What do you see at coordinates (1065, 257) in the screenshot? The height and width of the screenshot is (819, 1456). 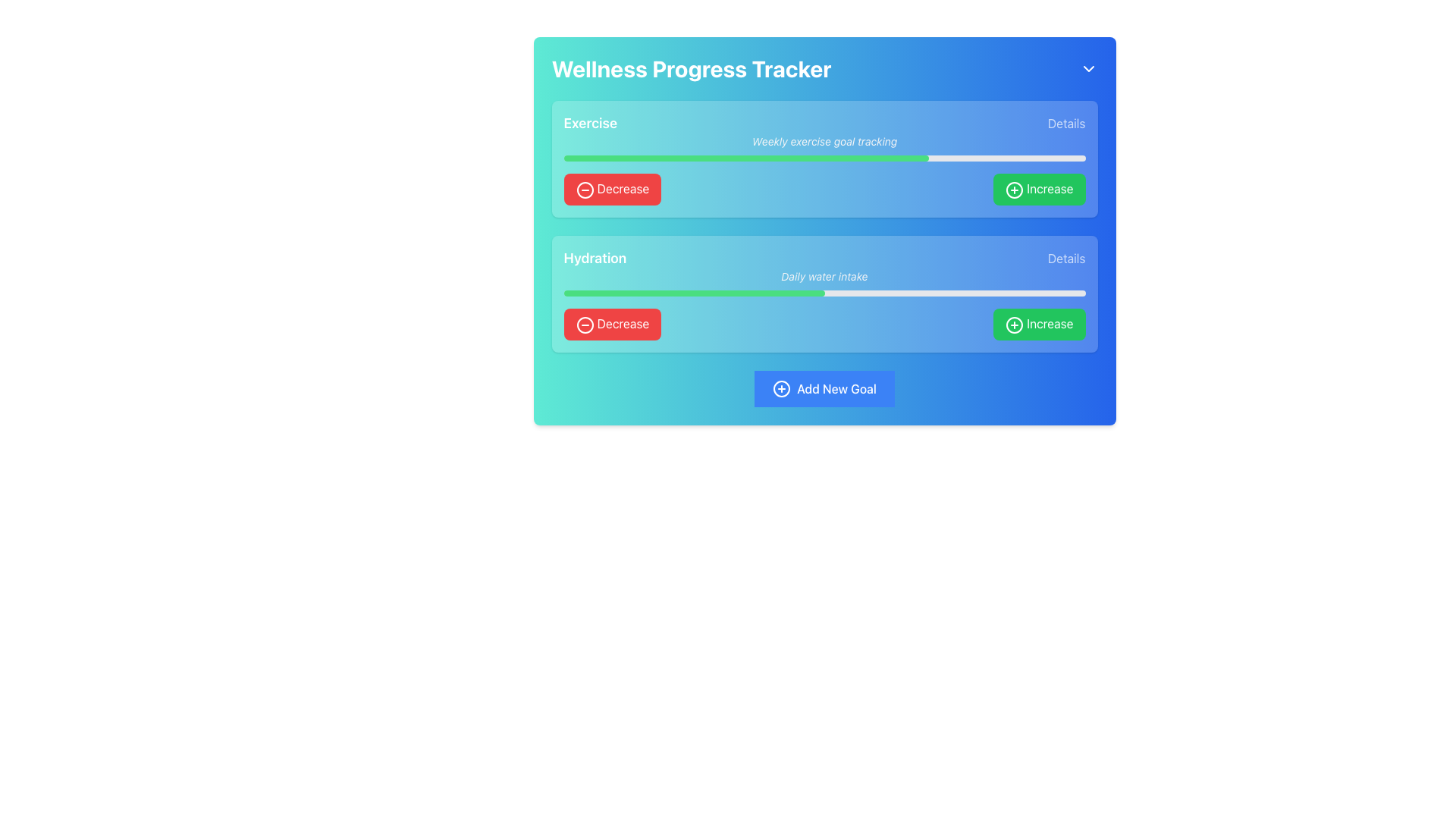 I see `the 'Details' text button, which is displayed in white on a blue background, located on the right edge of the 'Hydration' panel in the 'Wellness Progress Tracker' interface` at bounding box center [1065, 257].